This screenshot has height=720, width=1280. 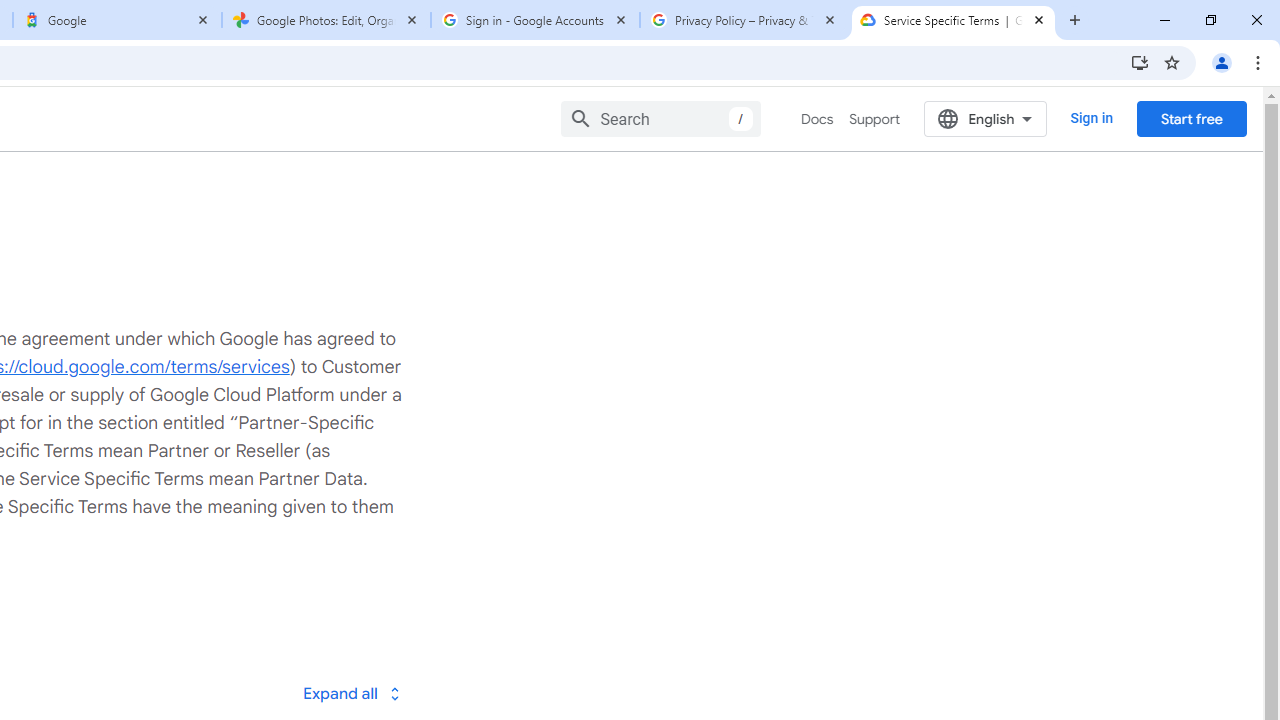 What do you see at coordinates (1191, 118) in the screenshot?
I see `'Start free'` at bounding box center [1191, 118].